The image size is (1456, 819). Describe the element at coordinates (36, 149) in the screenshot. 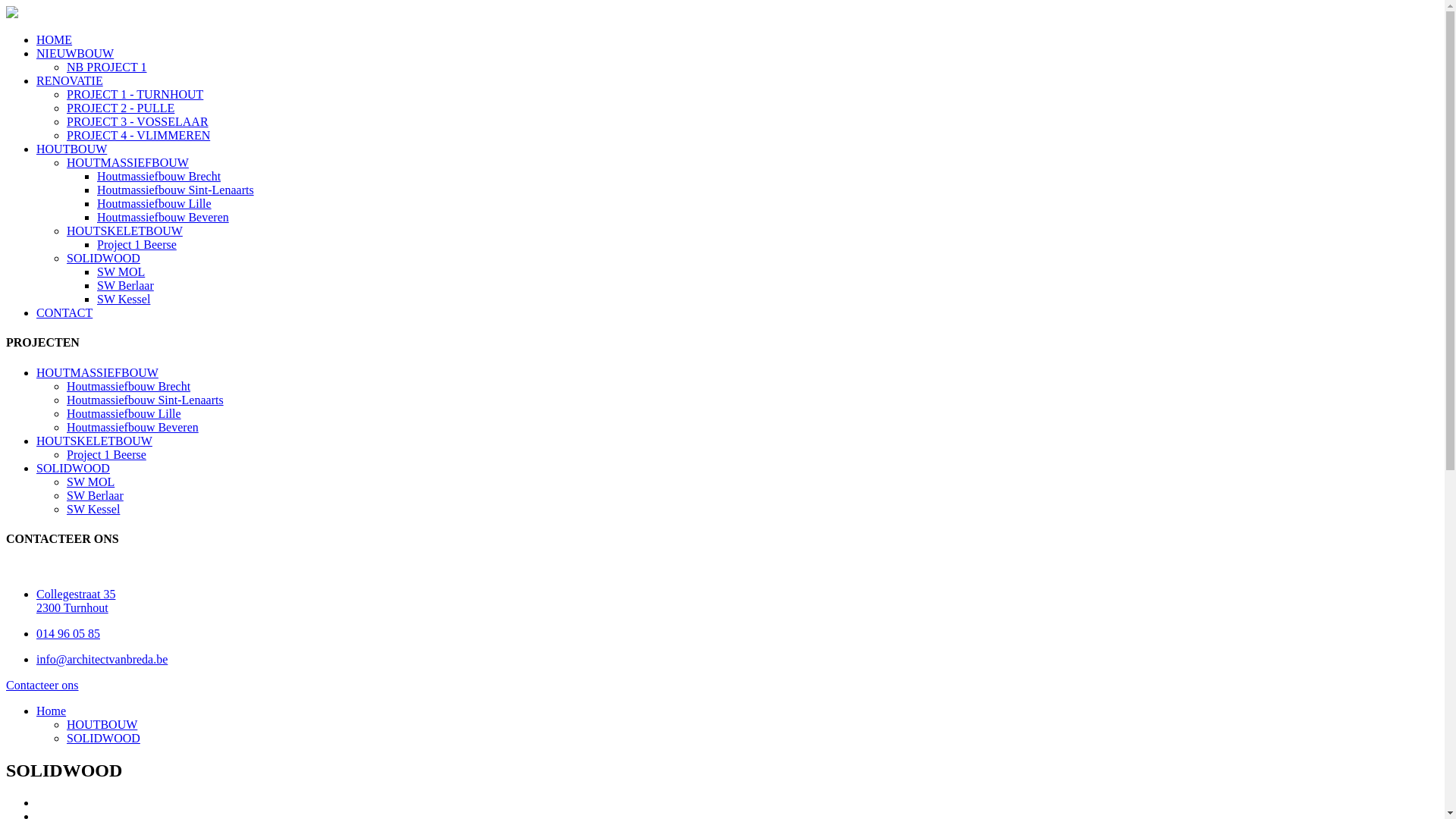

I see `'HOUTBOUW'` at that location.